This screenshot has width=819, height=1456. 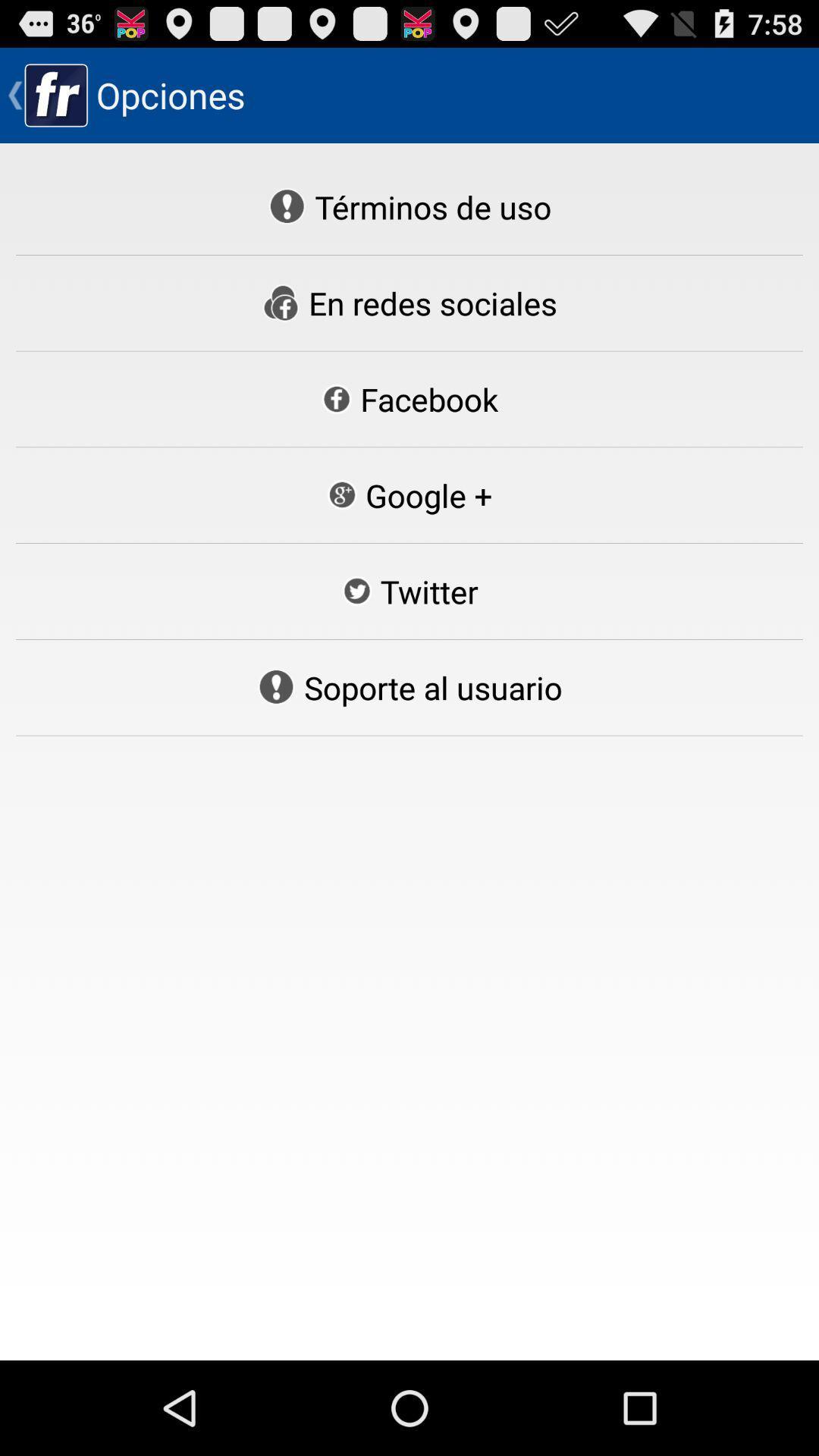 I want to click on the icon below google + item, so click(x=409, y=590).